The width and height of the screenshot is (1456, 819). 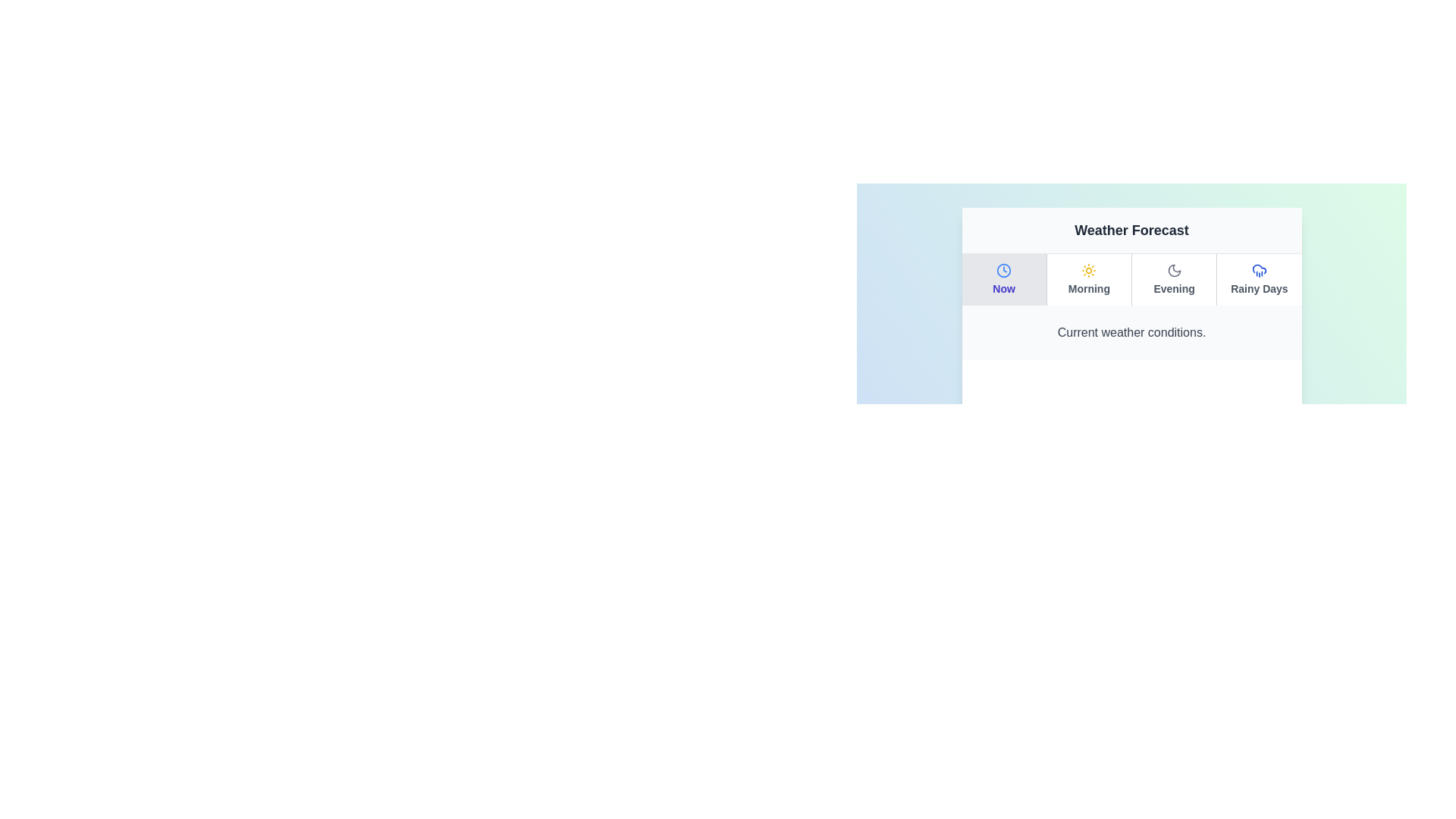 What do you see at coordinates (1004, 280) in the screenshot?
I see `the 'Now' button located at the top left corner of a row of buttons labeled 'Now', 'Morning', 'Evening', and 'Rainy Days'` at bounding box center [1004, 280].